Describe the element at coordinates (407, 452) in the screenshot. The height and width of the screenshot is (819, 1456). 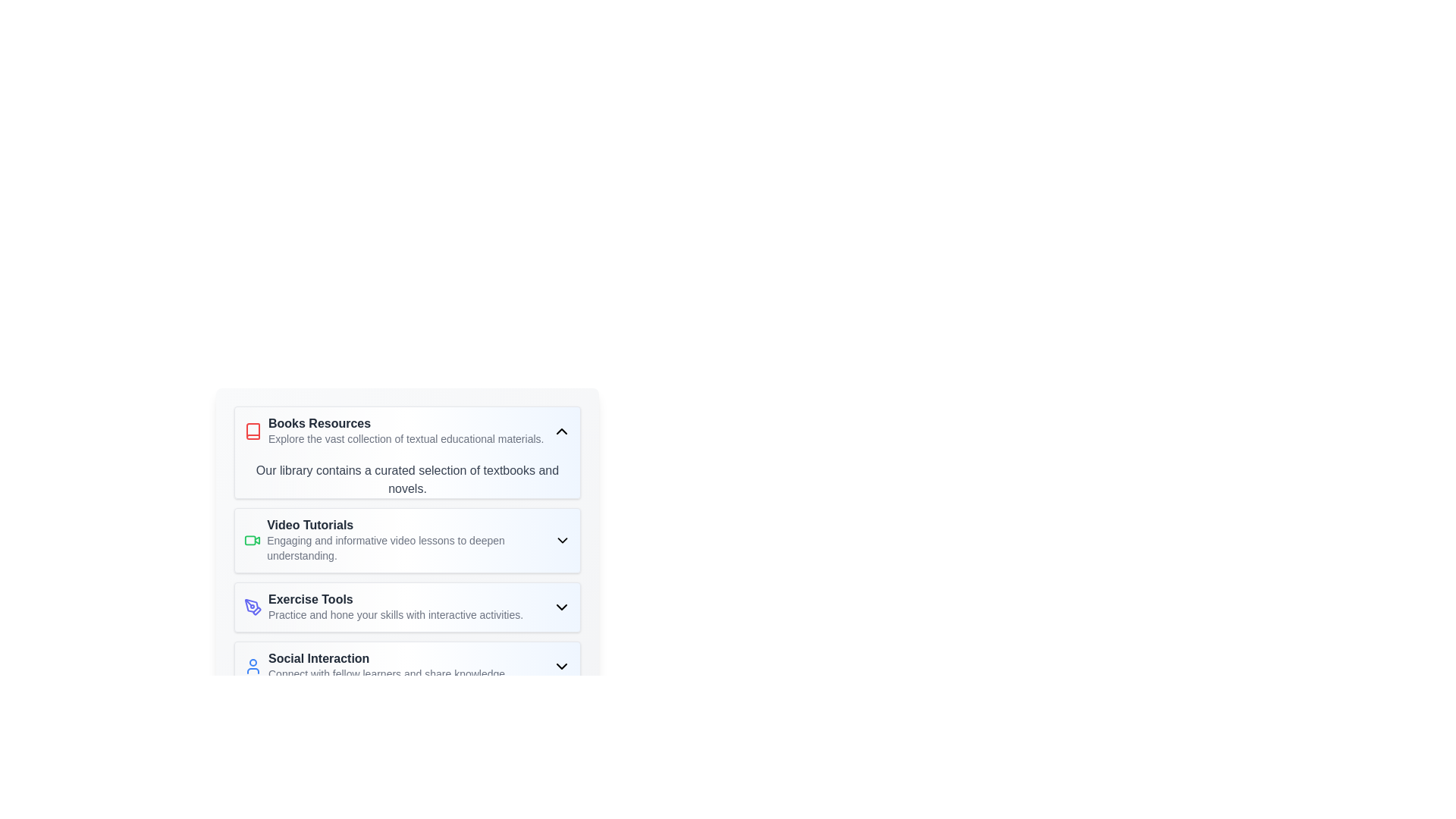
I see `the Information card at the top of the vertical series of cards` at that location.